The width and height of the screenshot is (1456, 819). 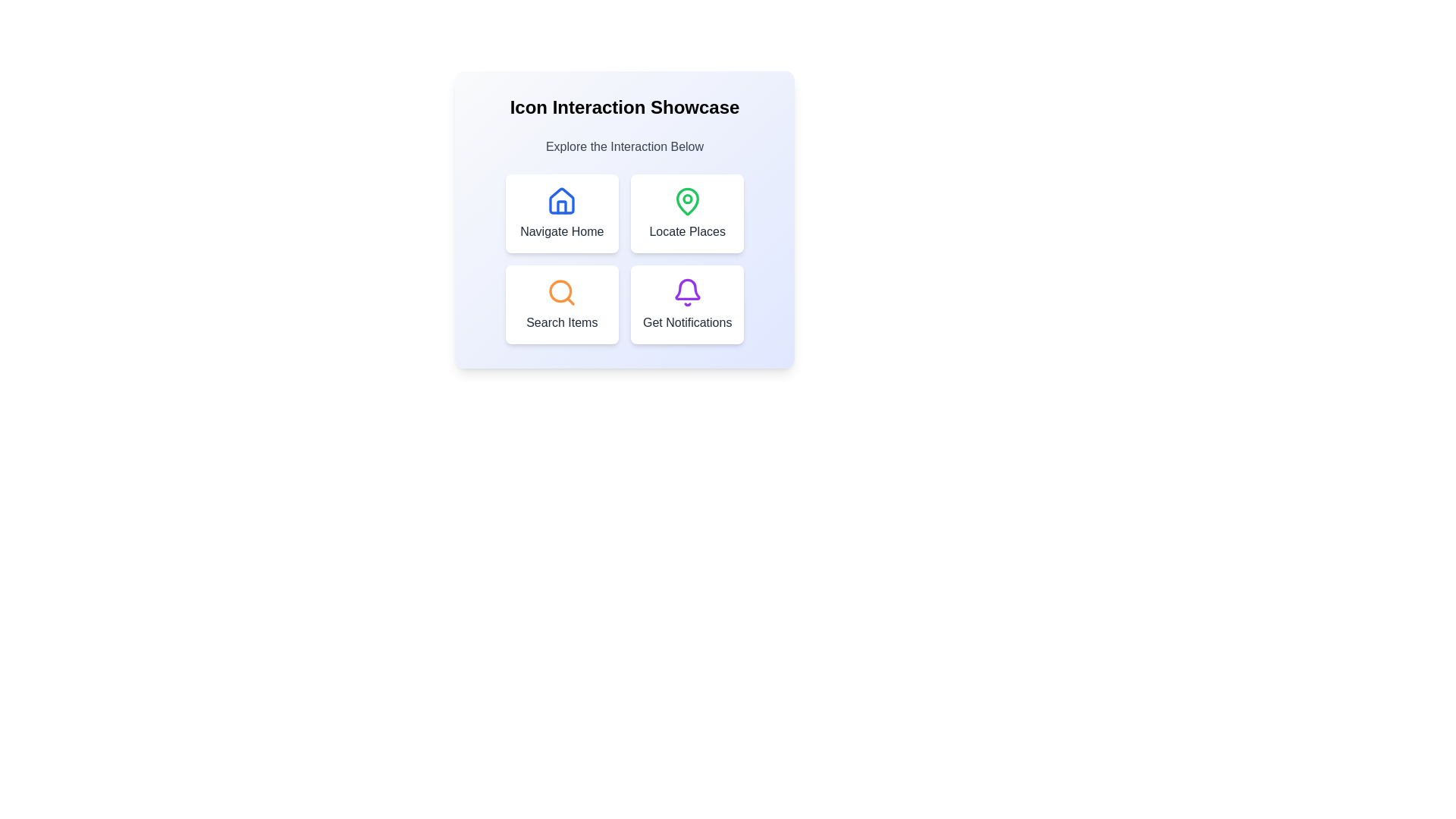 I want to click on the static text element that serves as an introduction for the interactive content, located beneath the title 'Icon Interaction Showcase', so click(x=625, y=146).